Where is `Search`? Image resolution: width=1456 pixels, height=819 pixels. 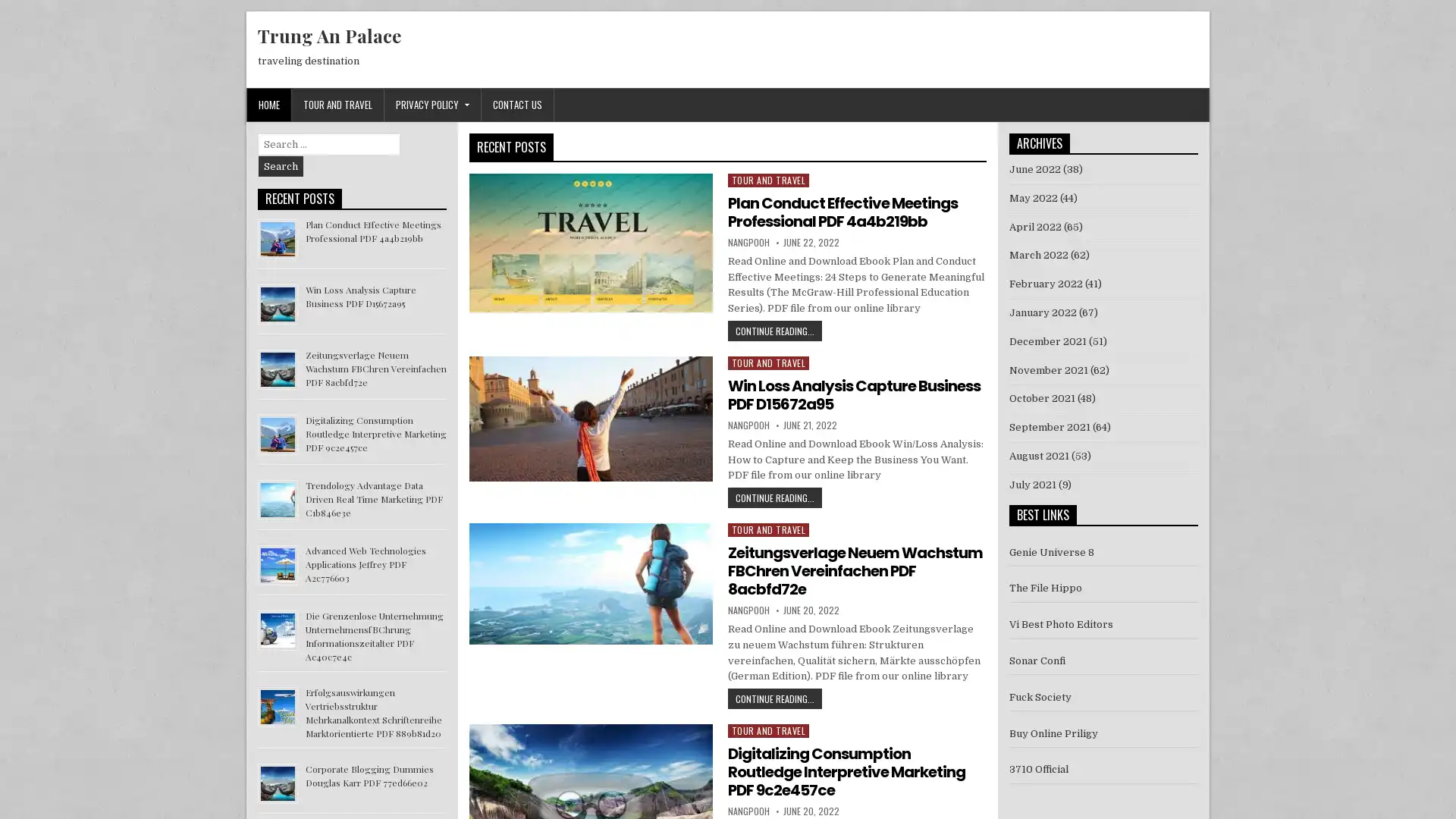
Search is located at coordinates (281, 166).